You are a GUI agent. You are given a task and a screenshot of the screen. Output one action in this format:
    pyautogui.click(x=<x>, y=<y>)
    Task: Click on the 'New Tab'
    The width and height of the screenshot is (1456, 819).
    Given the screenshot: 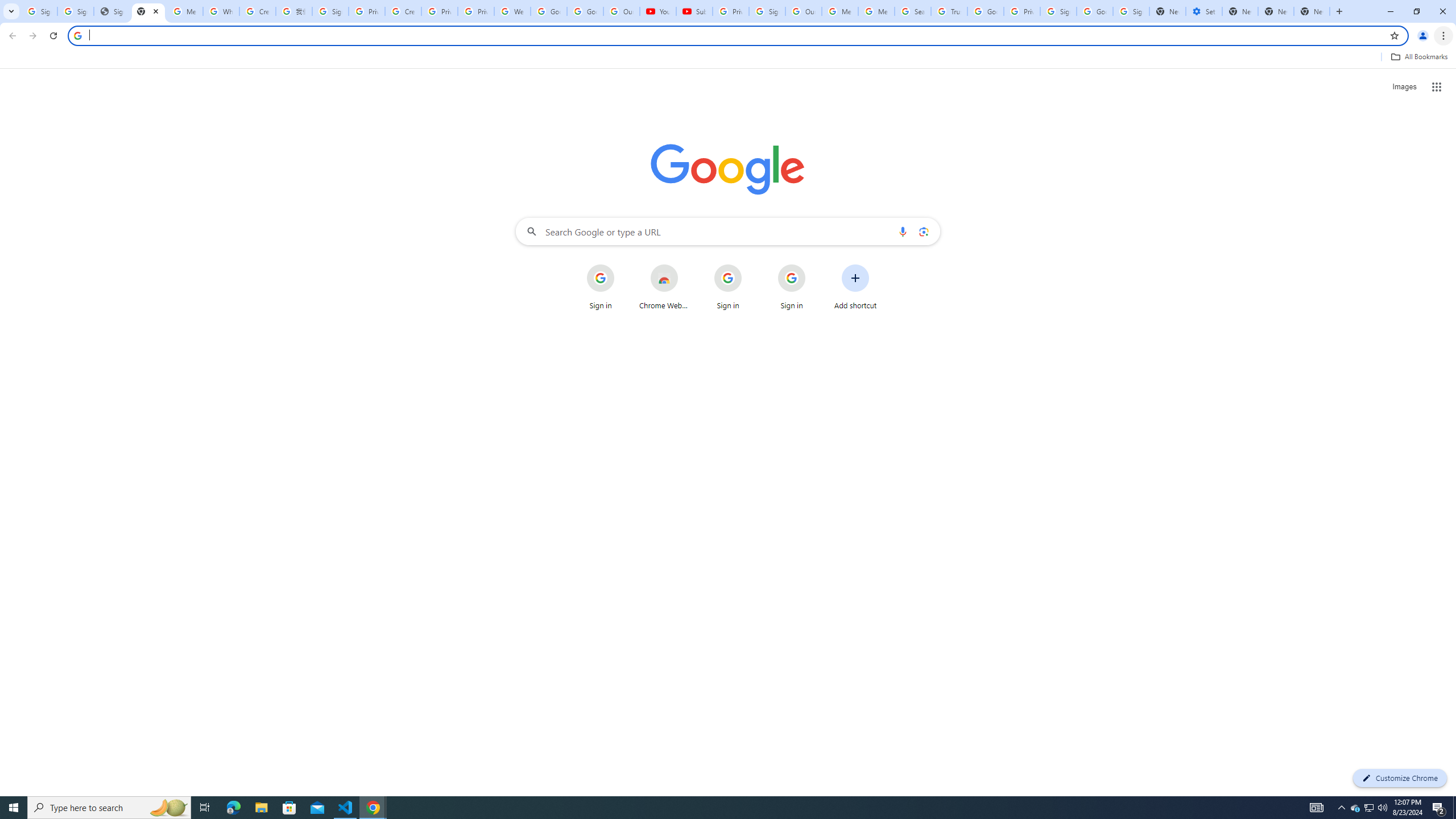 What is the action you would take?
    pyautogui.click(x=1338, y=11)
    